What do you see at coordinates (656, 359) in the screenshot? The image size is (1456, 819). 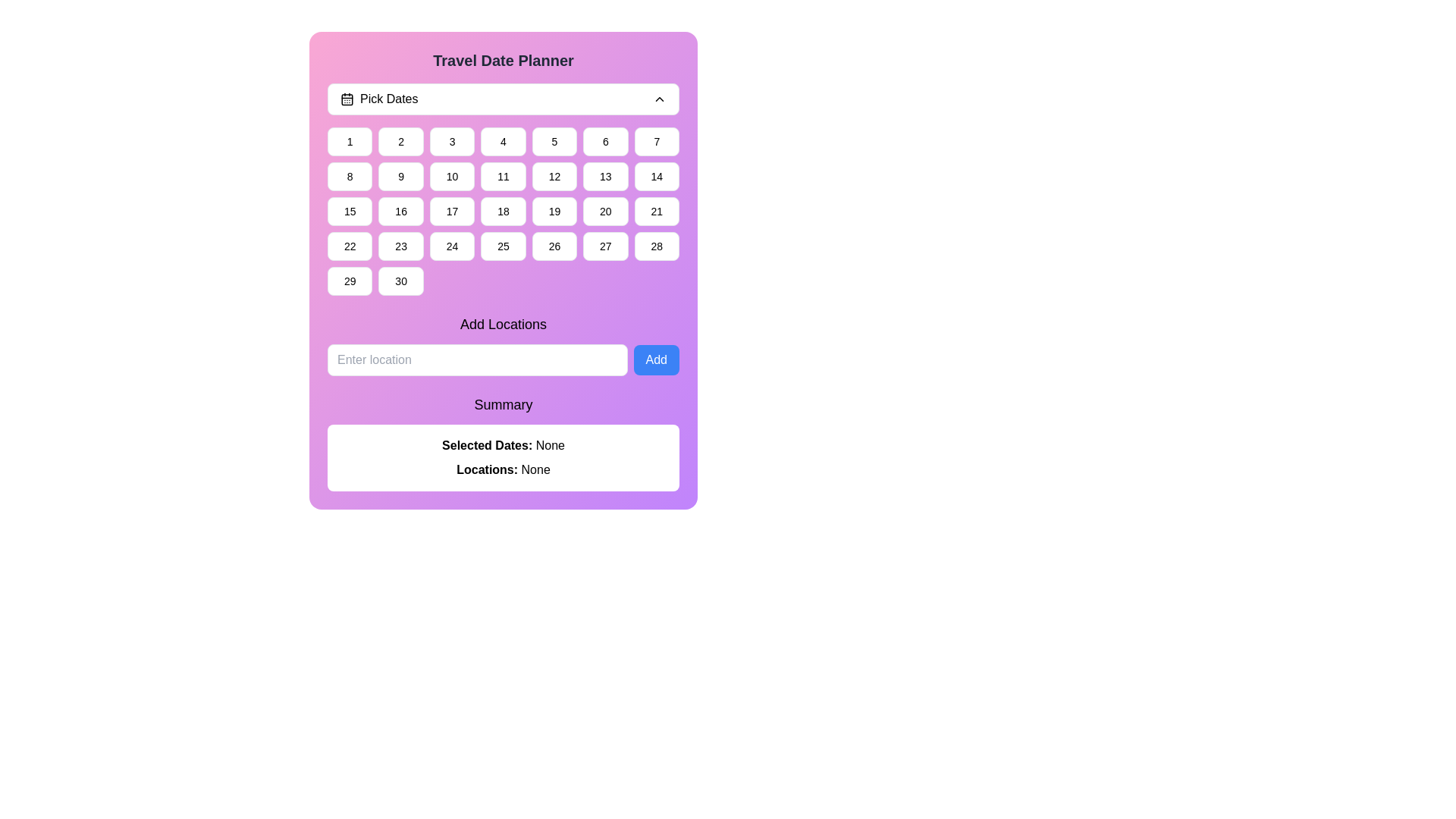 I see `the 'Add' button in the 'Add Locations' section, which has a blue background and white text` at bounding box center [656, 359].